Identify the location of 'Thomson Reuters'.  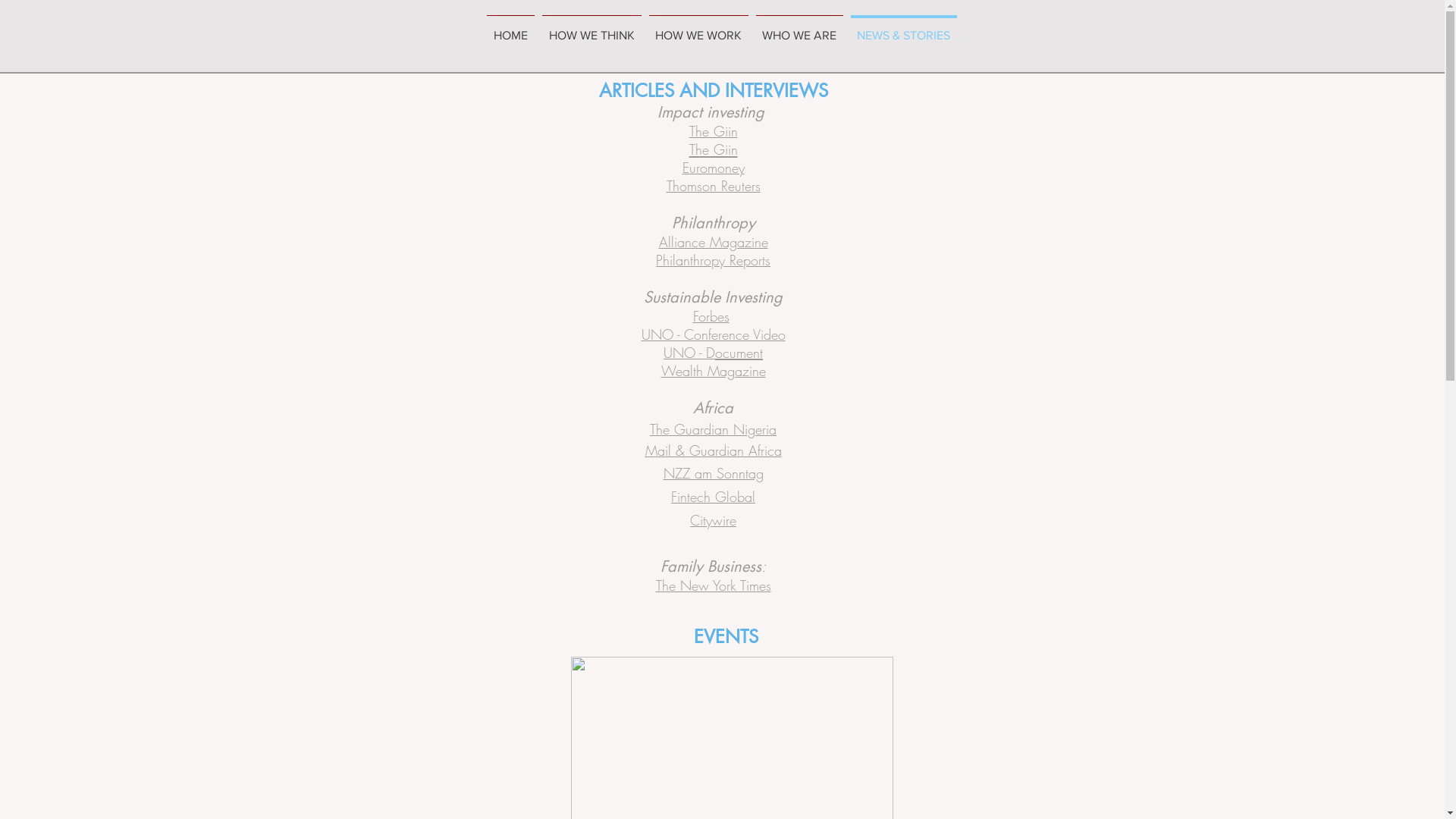
(712, 184).